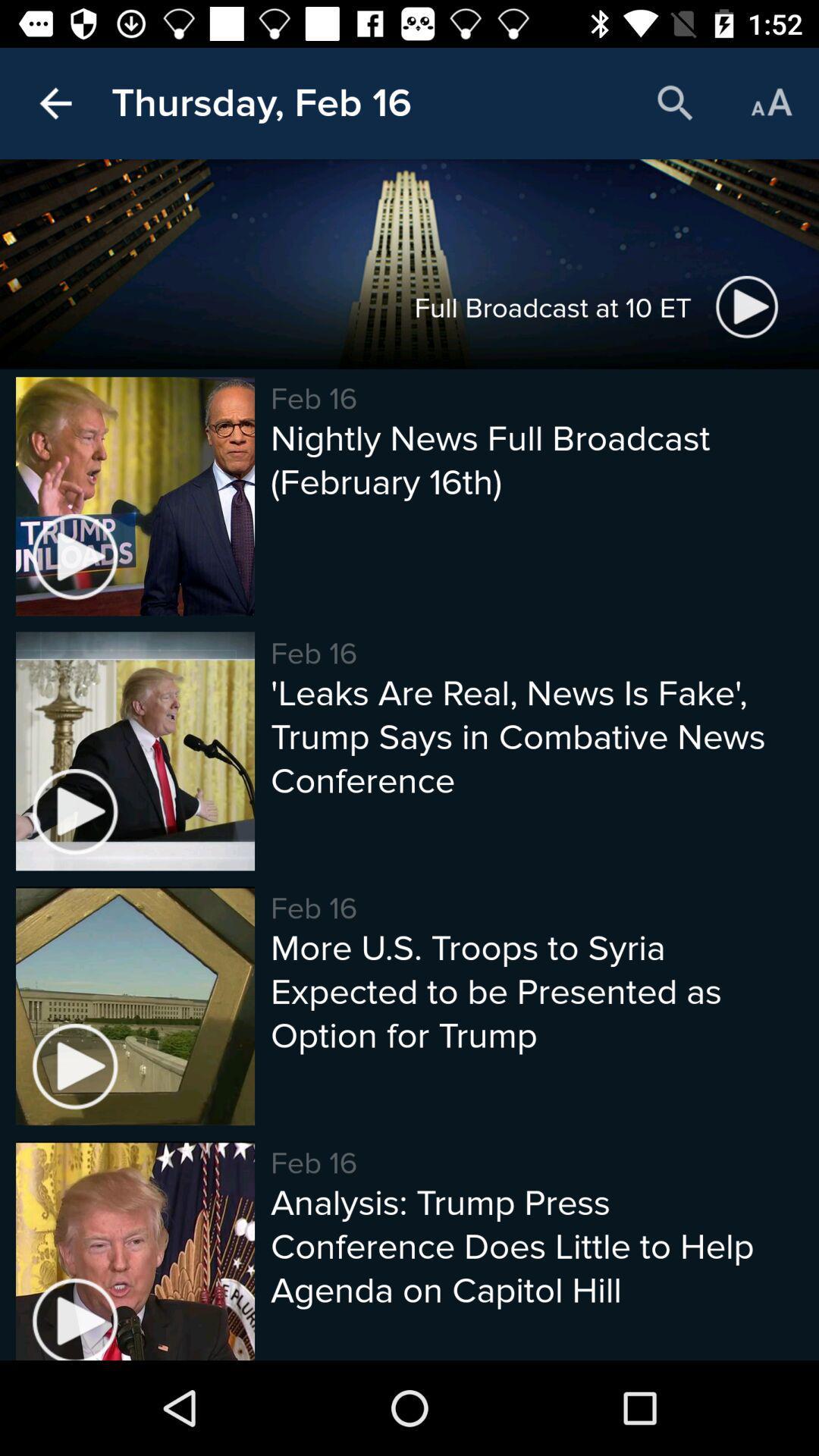 Image resolution: width=819 pixels, height=1456 pixels. Describe the element at coordinates (675, 102) in the screenshot. I see `icon next to the thursday, feb 16` at that location.